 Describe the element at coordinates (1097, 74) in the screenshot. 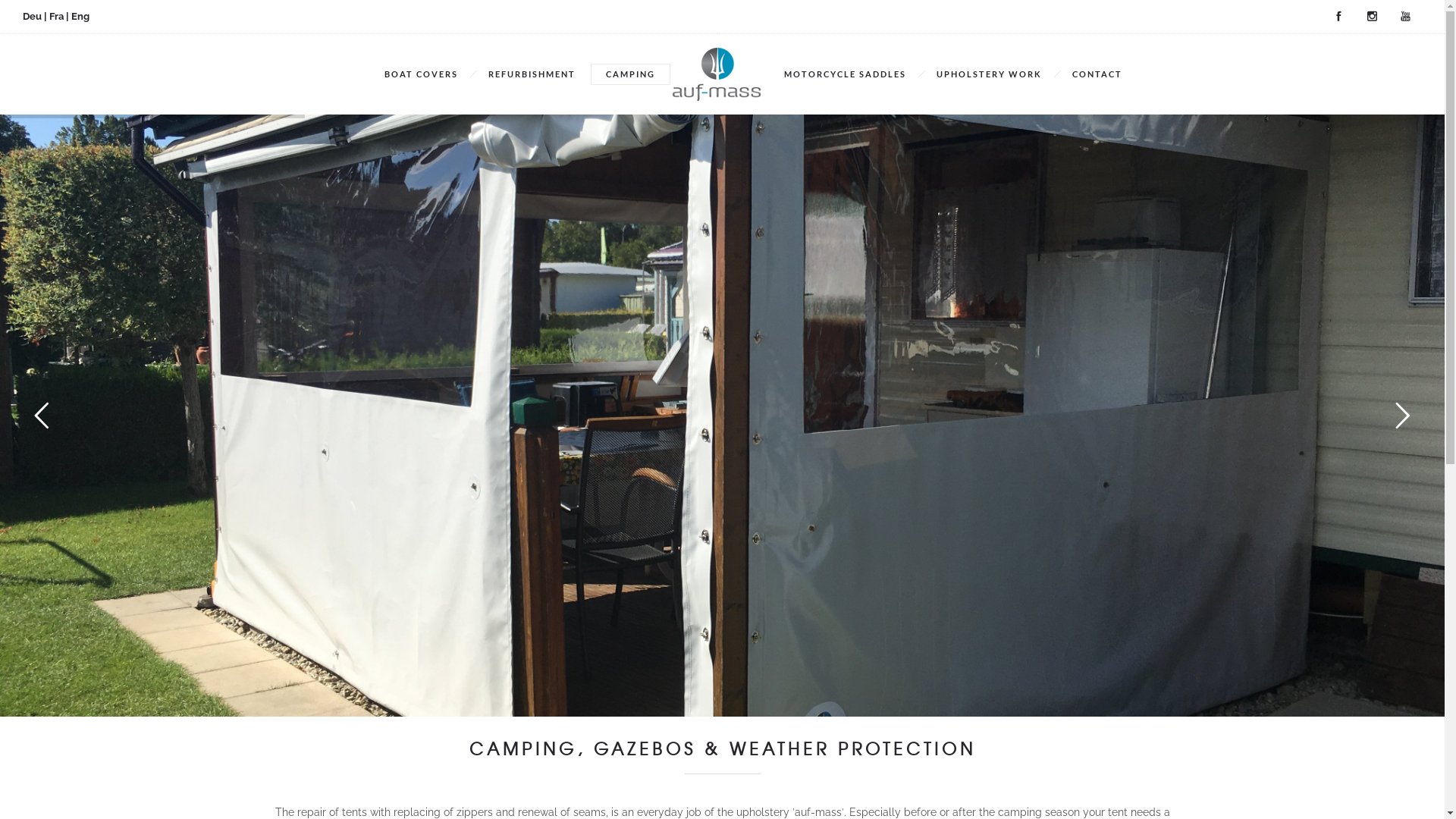

I see `'CONTACT'` at that location.